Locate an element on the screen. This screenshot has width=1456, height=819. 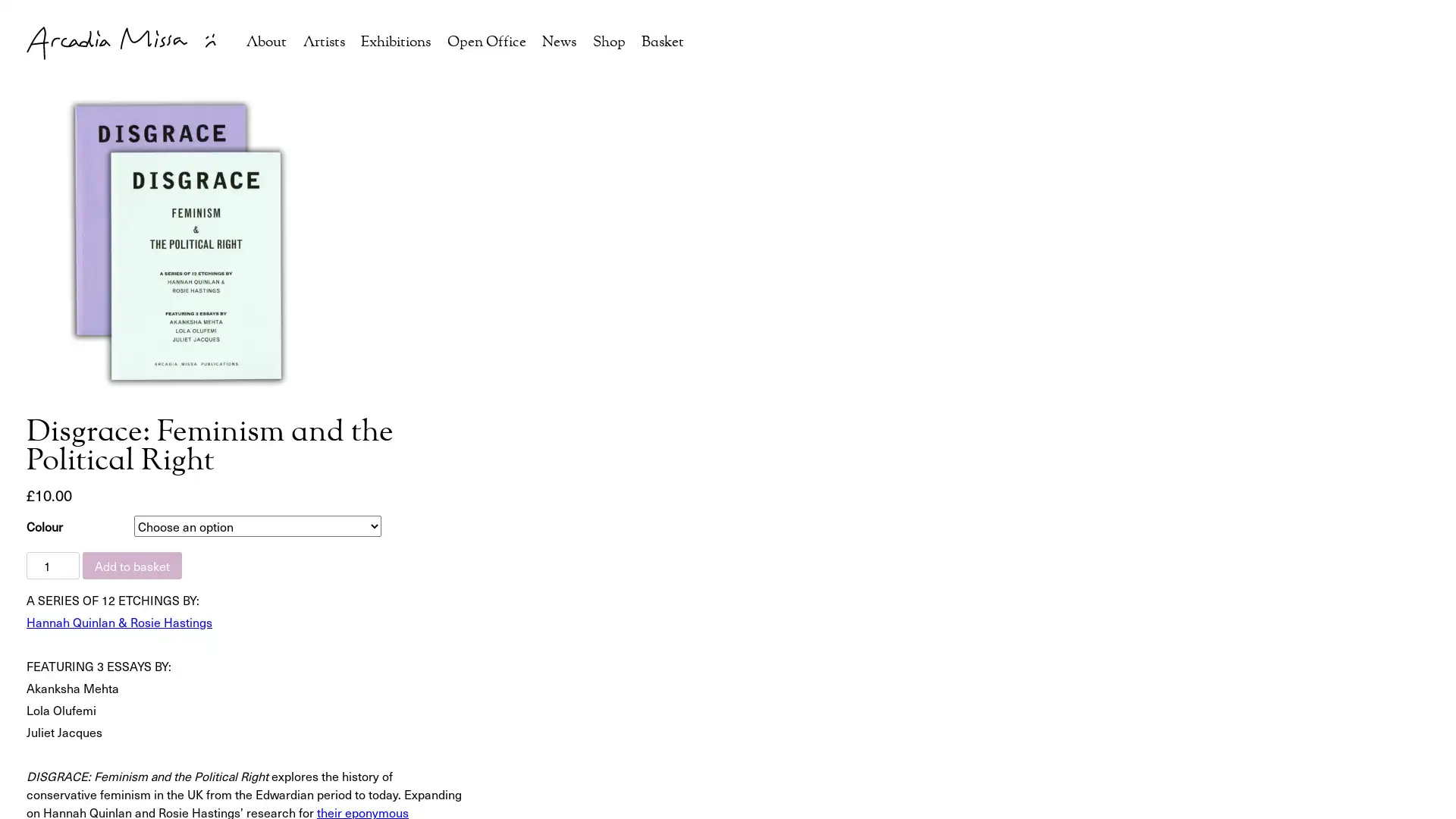
Add to basket is located at coordinates (132, 565).